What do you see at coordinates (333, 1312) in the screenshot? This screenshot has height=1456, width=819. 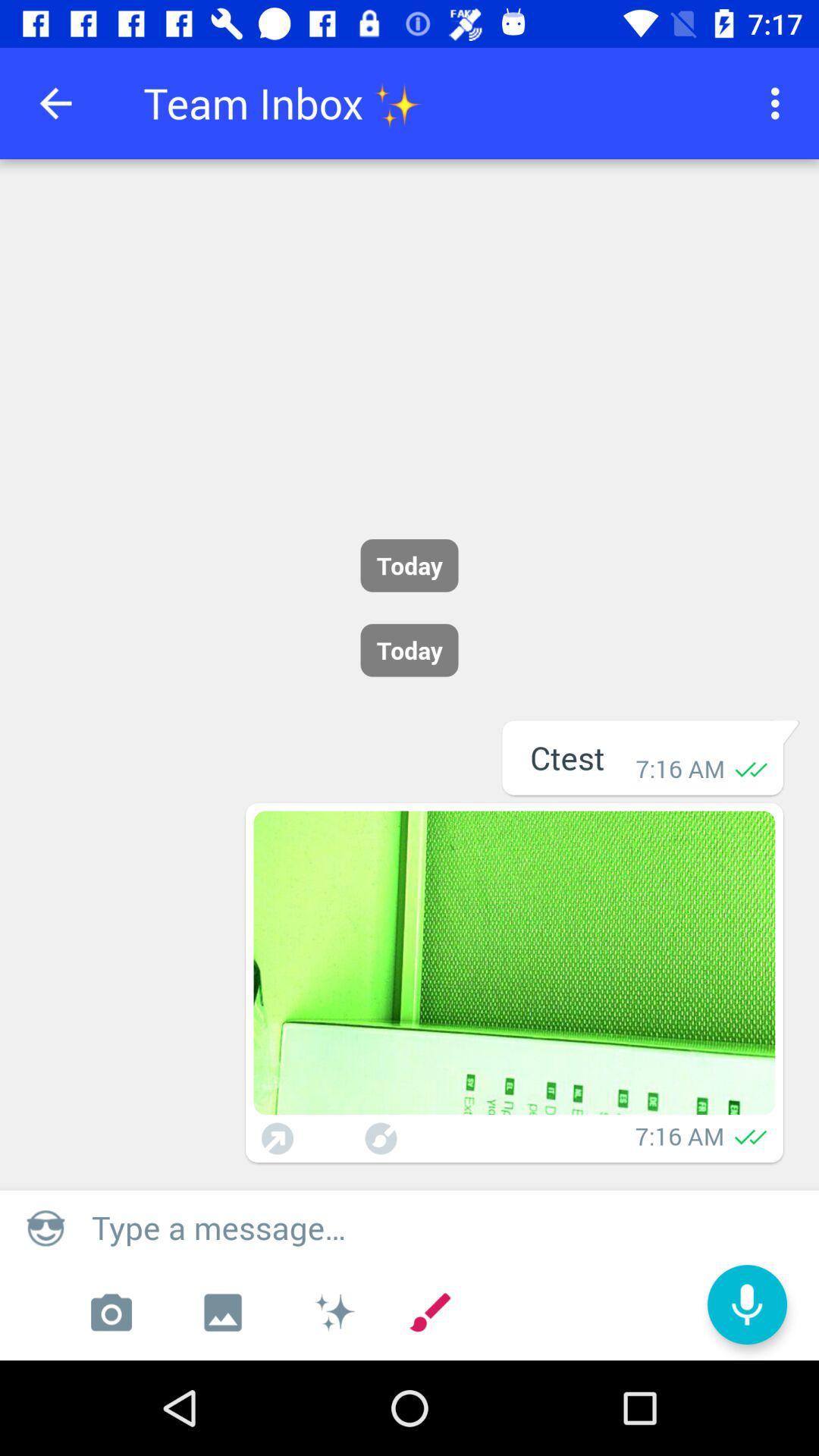 I see `emojis` at bounding box center [333, 1312].